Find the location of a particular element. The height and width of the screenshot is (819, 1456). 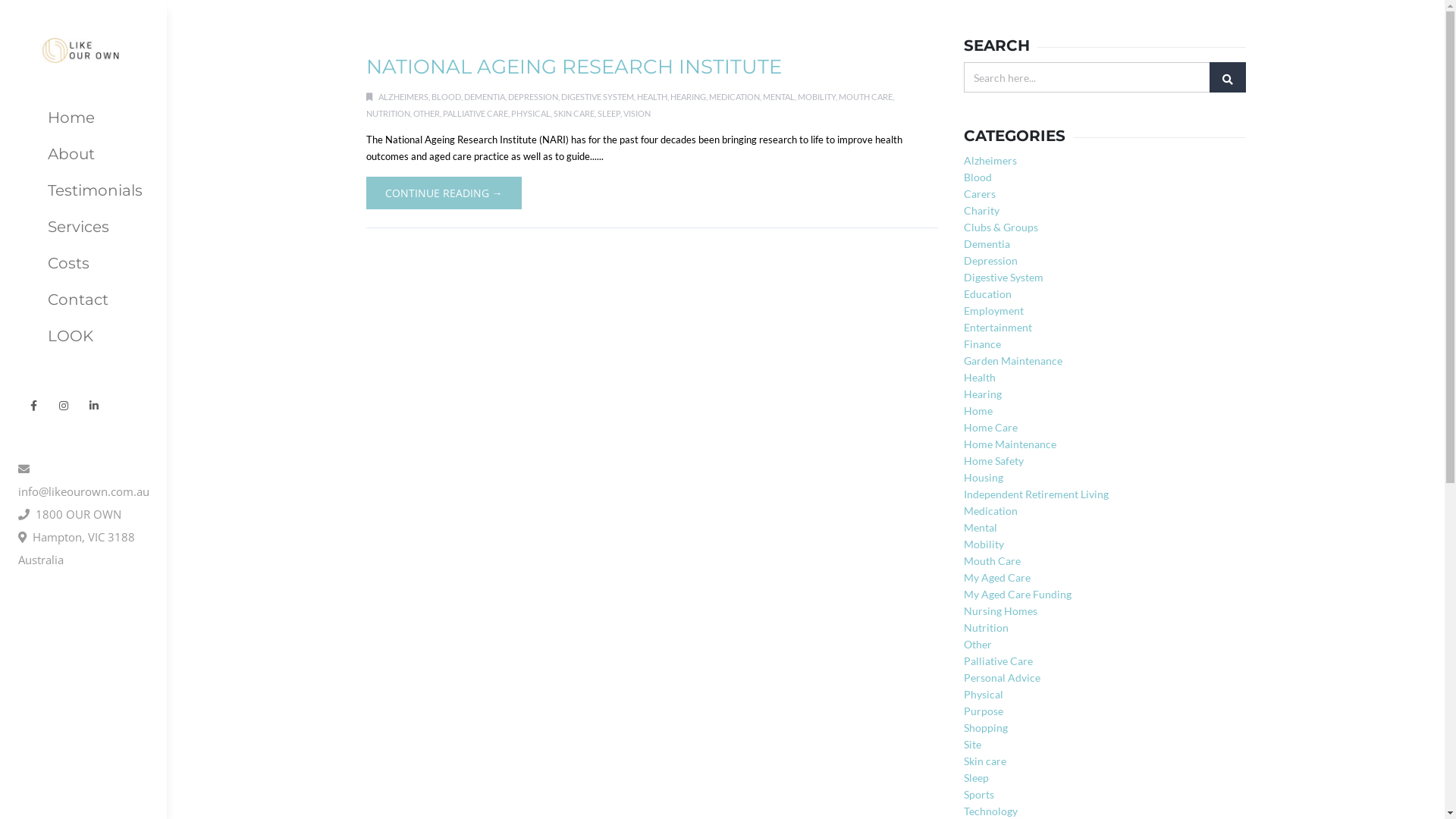

'Nursing Homes' is located at coordinates (1000, 610).